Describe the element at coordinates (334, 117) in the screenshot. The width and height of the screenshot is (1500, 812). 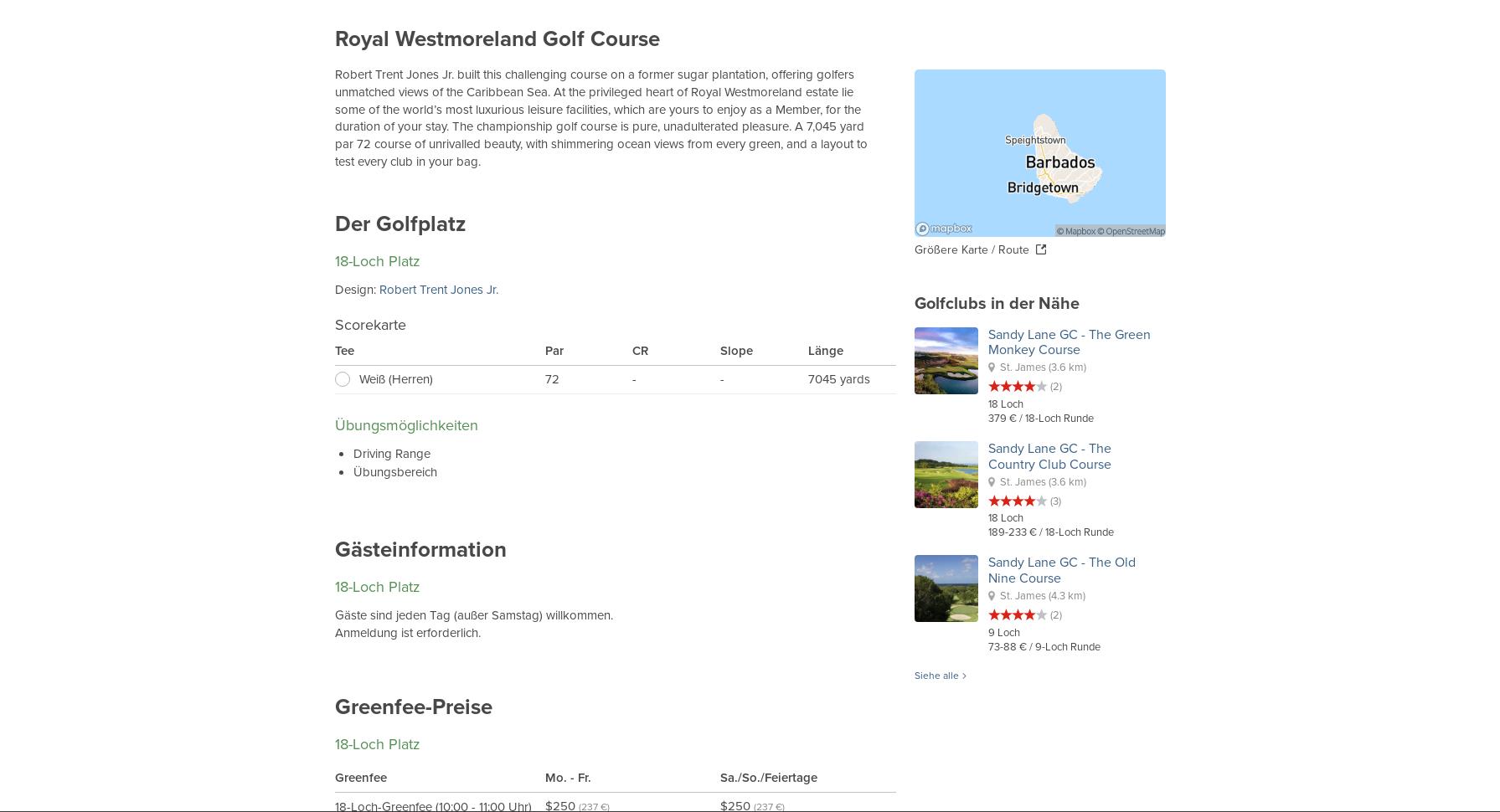
I see `'Robert Trent Jones Jr. built this challenging course on a former sugar plantation, offering golfers unmatched views of the Caribbean Sea. At the privileged heart of Royal Westmoreland estate lie some of the world’s most luxurious leisure facilities, which are yours to enjoy as a Member, for the duration of your stay. The championship golf course is pure, unadulterated pleasure. A 7,045 yard par 72 course of unrivalled beauty, with shimmering ocean views from every green, and a layout to test every club in your bag.'` at that location.